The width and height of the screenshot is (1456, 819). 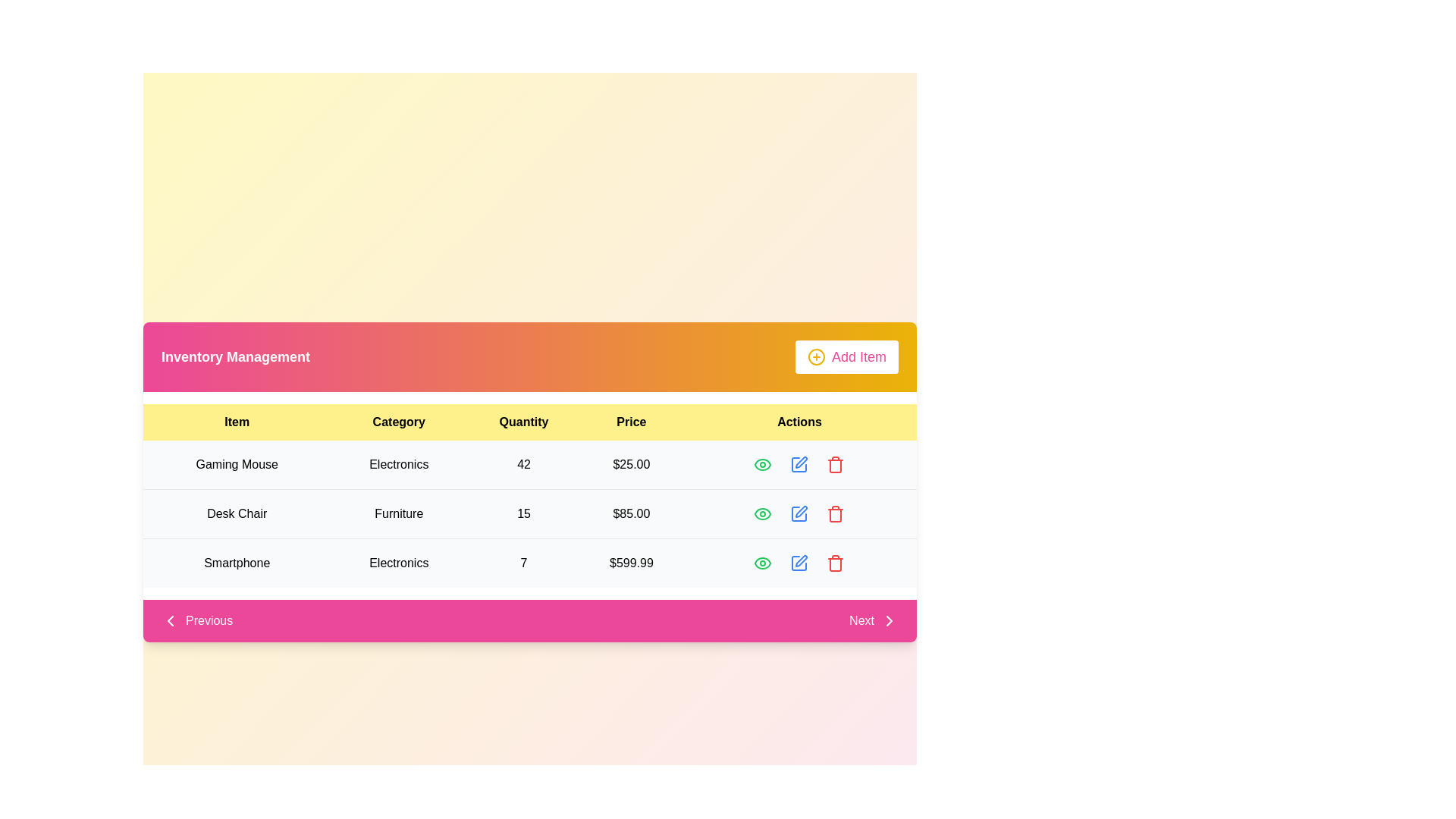 I want to click on the 'Electronics' text label in the second column of the third row of the inventory management table, so click(x=399, y=563).